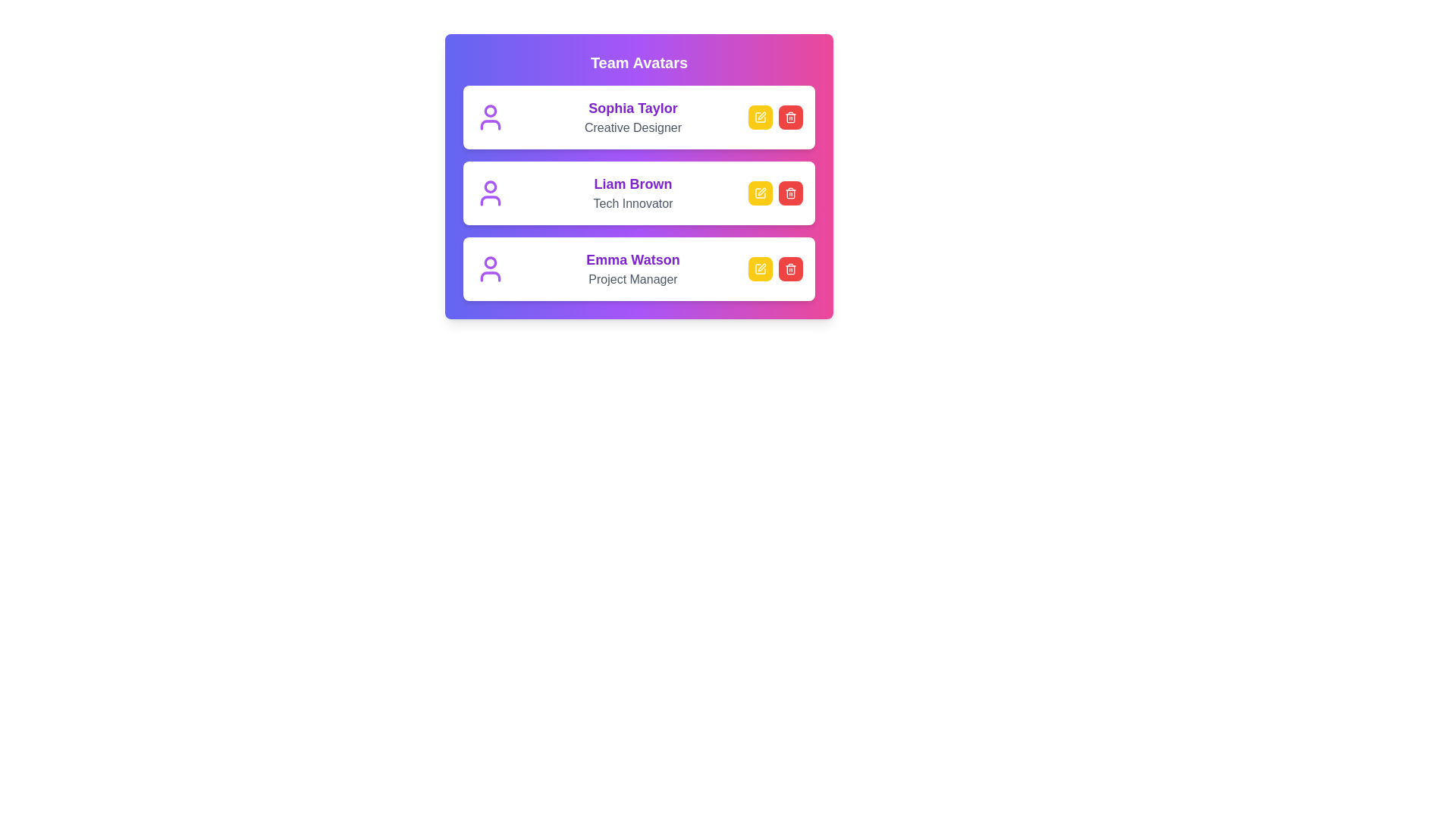 The image size is (1456, 819). Describe the element at coordinates (491, 116) in the screenshot. I see `the purple user avatar icon representing 'Sophia Taylor, Creative Designer' located in the top-left corner of the list item card` at that location.